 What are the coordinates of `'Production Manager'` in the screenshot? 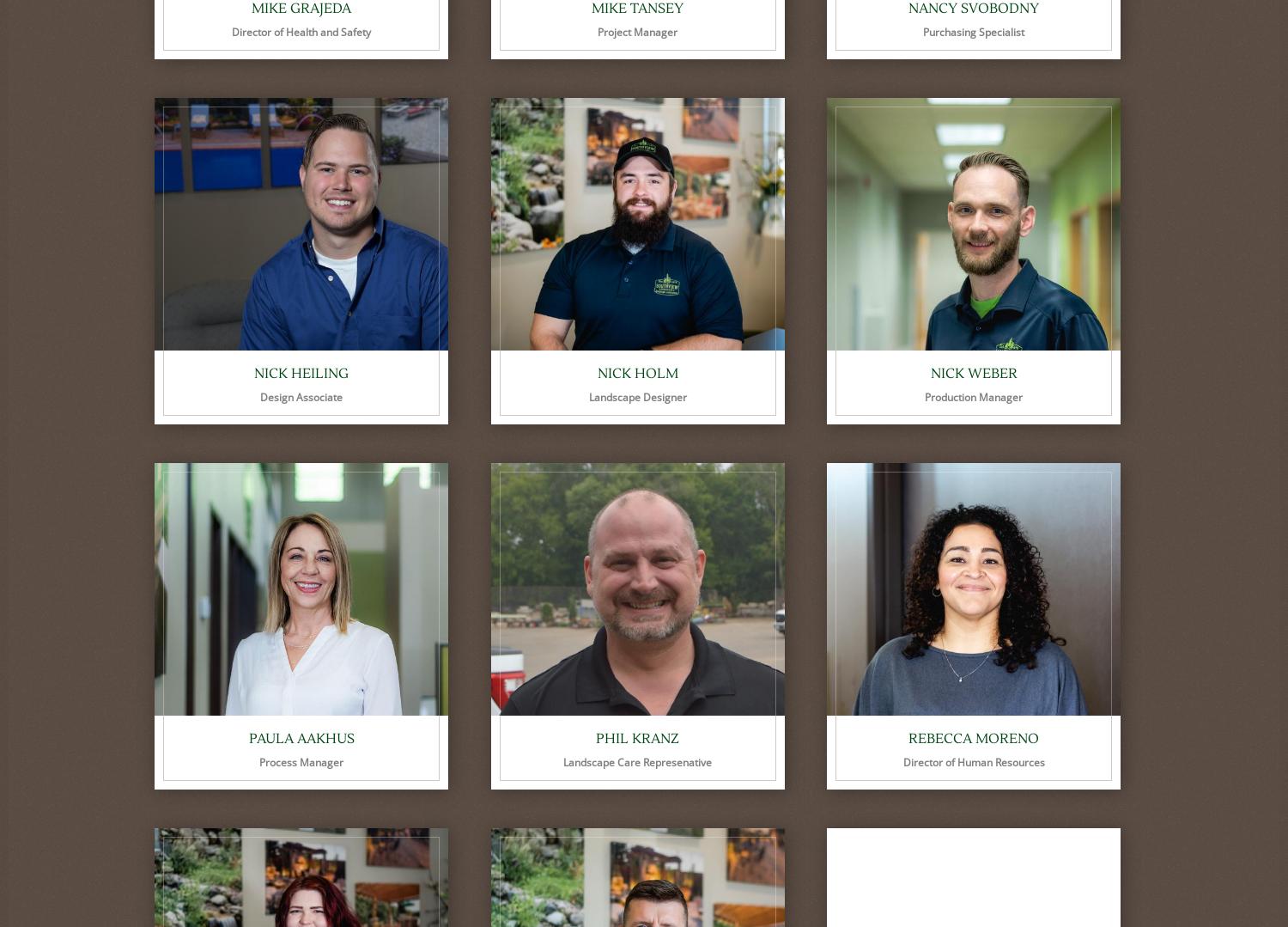 It's located at (974, 396).